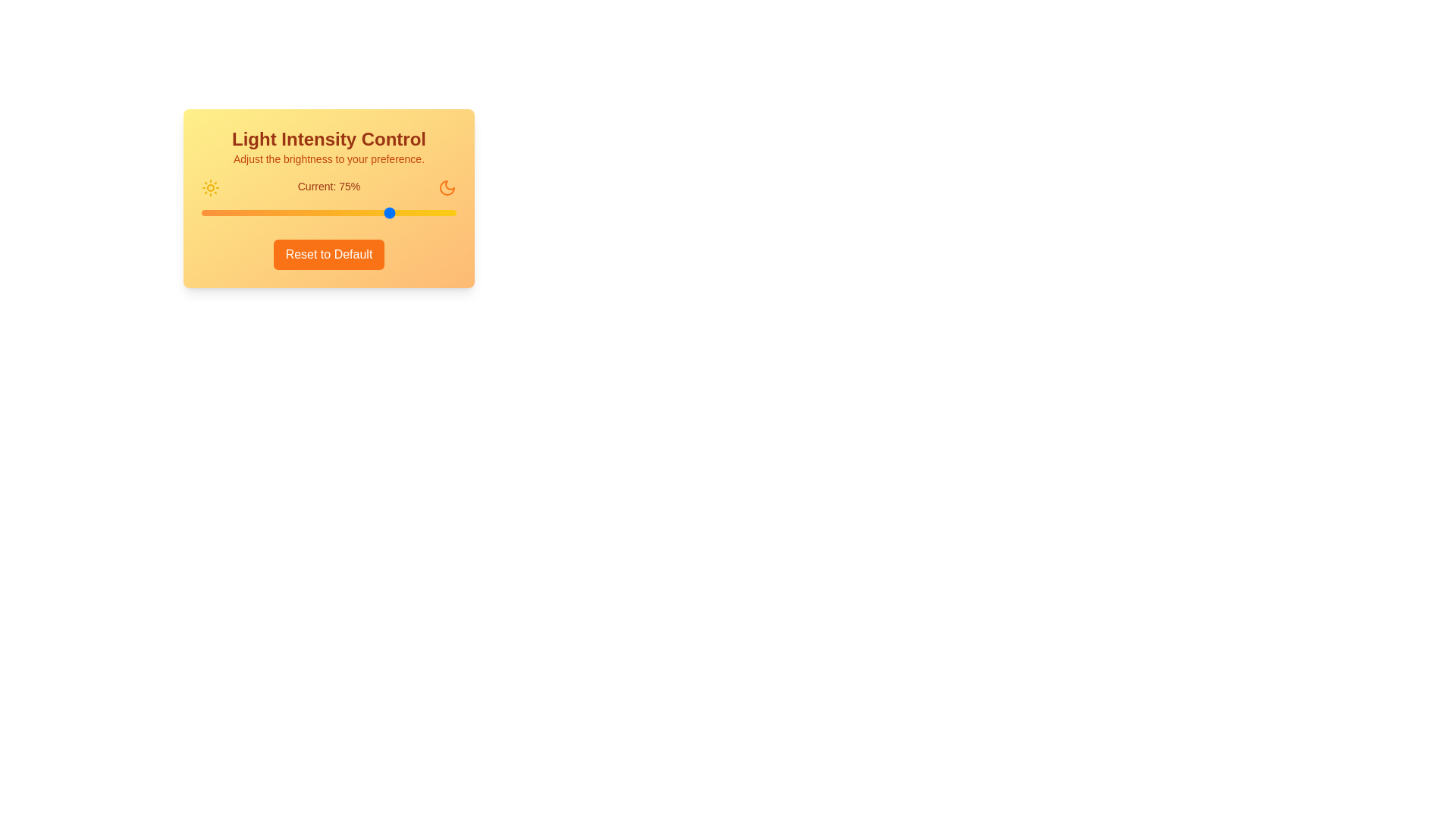  What do you see at coordinates (377, 213) in the screenshot?
I see `the light intensity to 69% by interacting with the slider` at bounding box center [377, 213].